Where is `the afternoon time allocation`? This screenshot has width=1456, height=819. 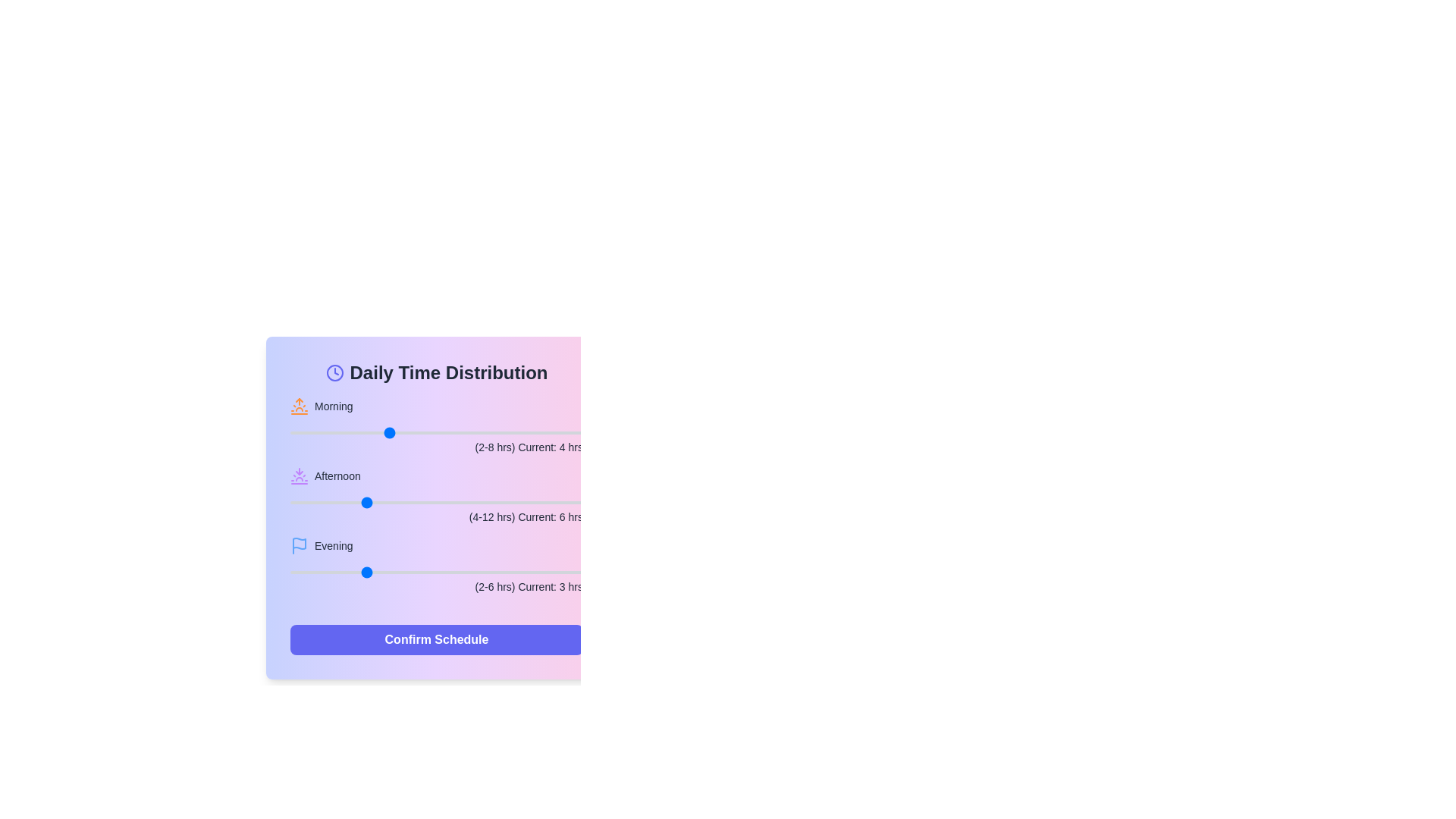 the afternoon time allocation is located at coordinates (546, 503).